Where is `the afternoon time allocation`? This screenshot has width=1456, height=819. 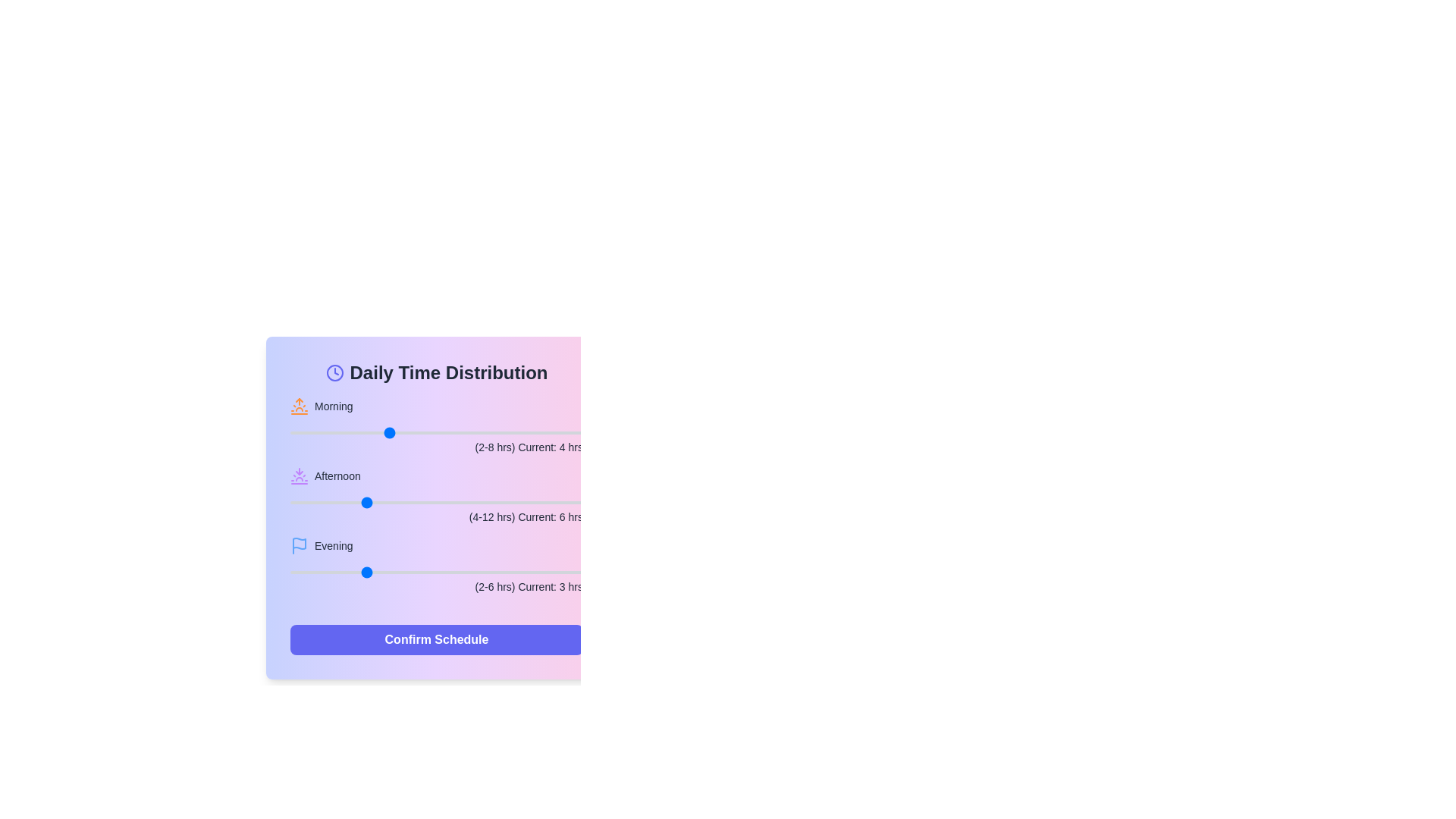 the afternoon time allocation is located at coordinates (546, 503).